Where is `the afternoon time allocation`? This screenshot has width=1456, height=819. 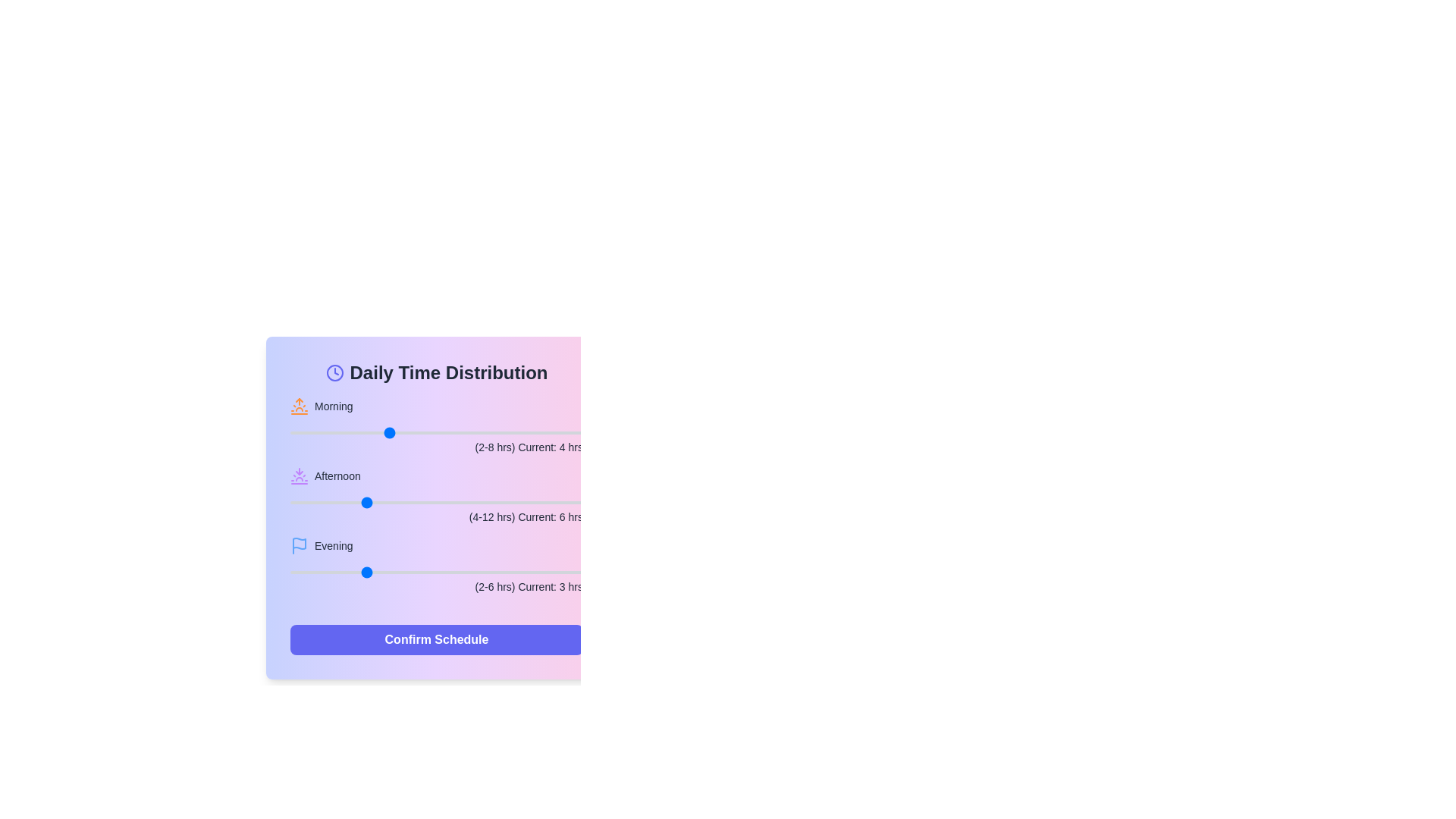 the afternoon time allocation is located at coordinates (546, 503).